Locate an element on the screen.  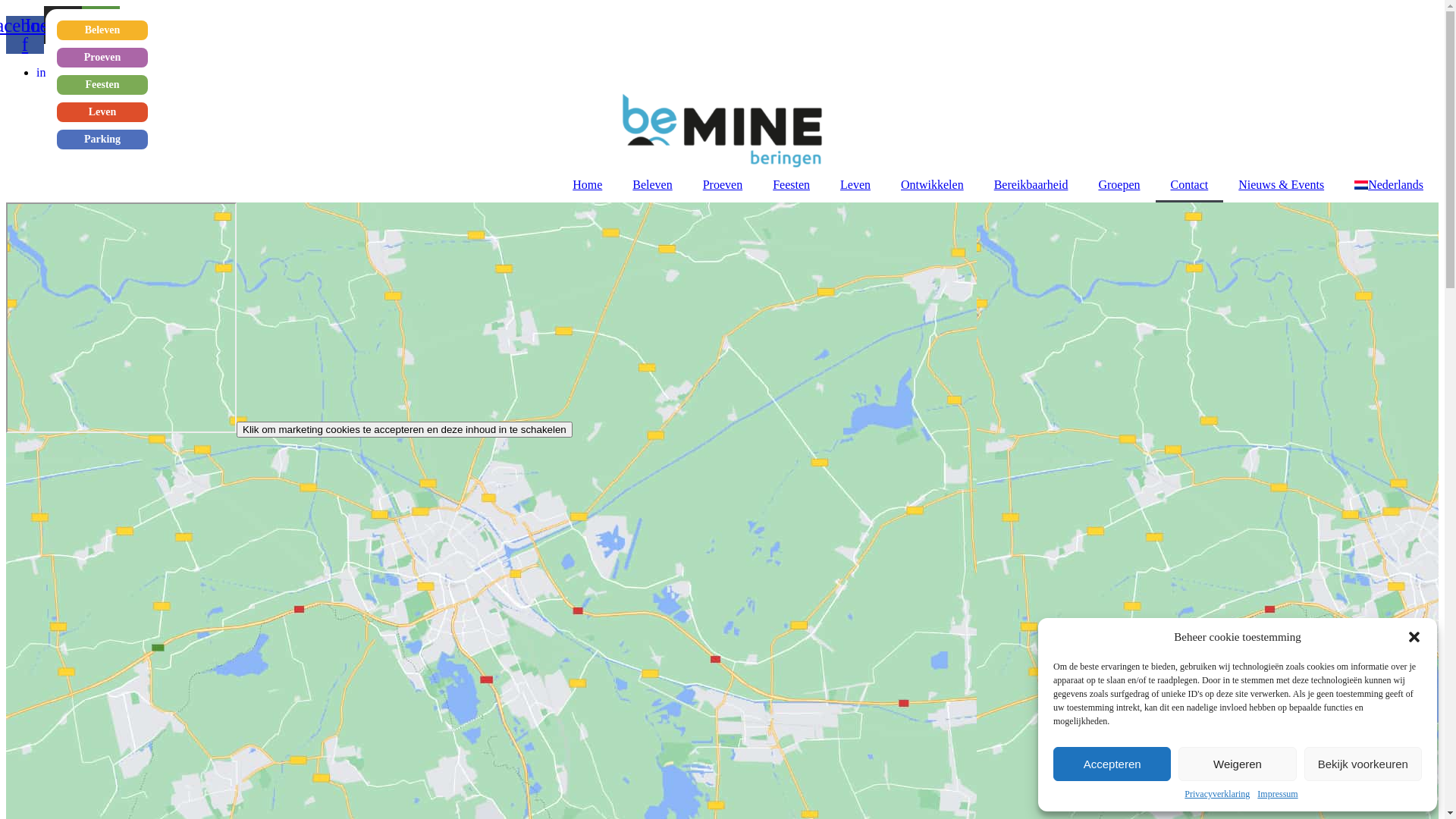
'Beleven' is located at coordinates (651, 184).